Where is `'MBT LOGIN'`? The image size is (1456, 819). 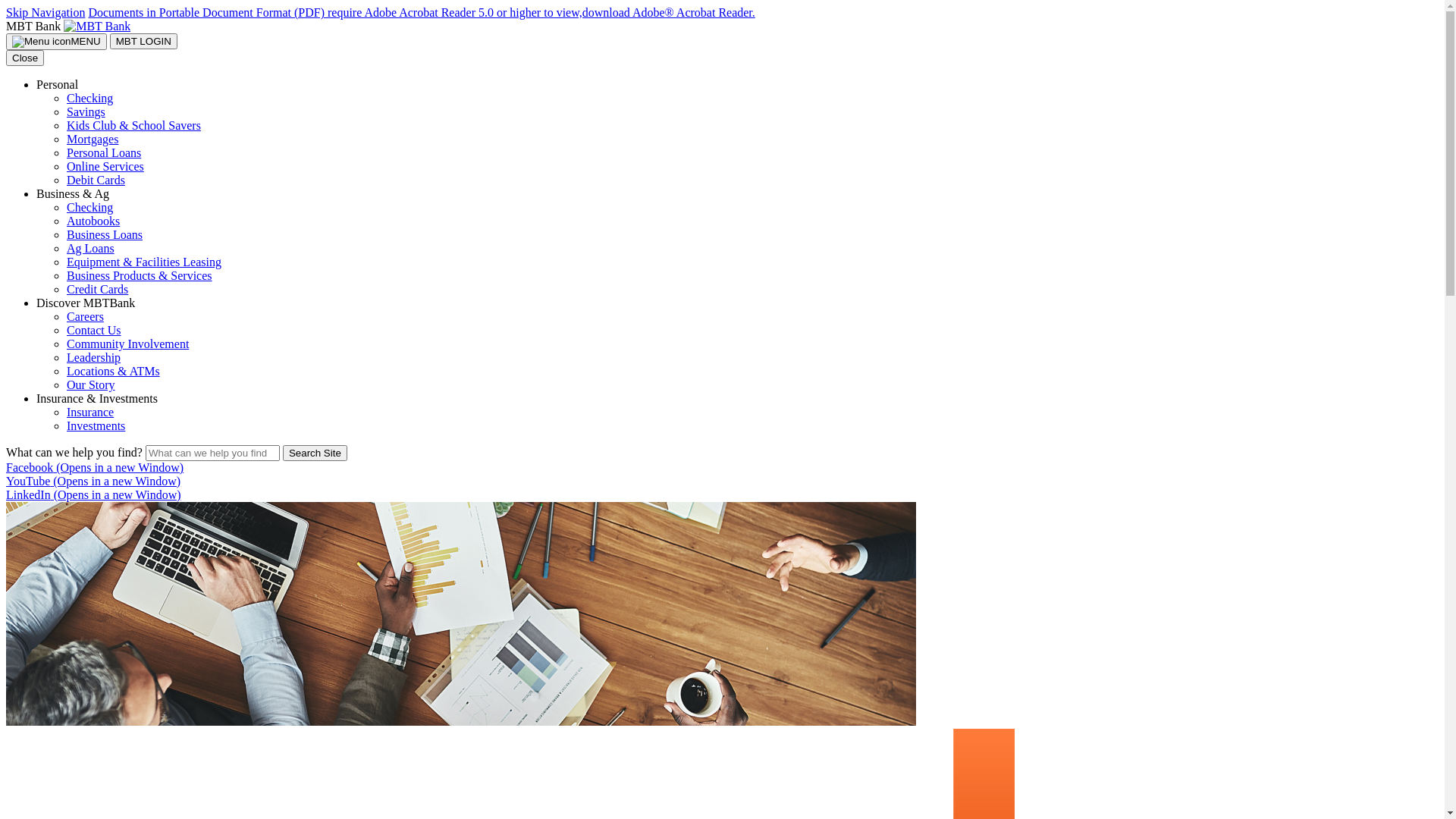 'MBT LOGIN' is located at coordinates (143, 40).